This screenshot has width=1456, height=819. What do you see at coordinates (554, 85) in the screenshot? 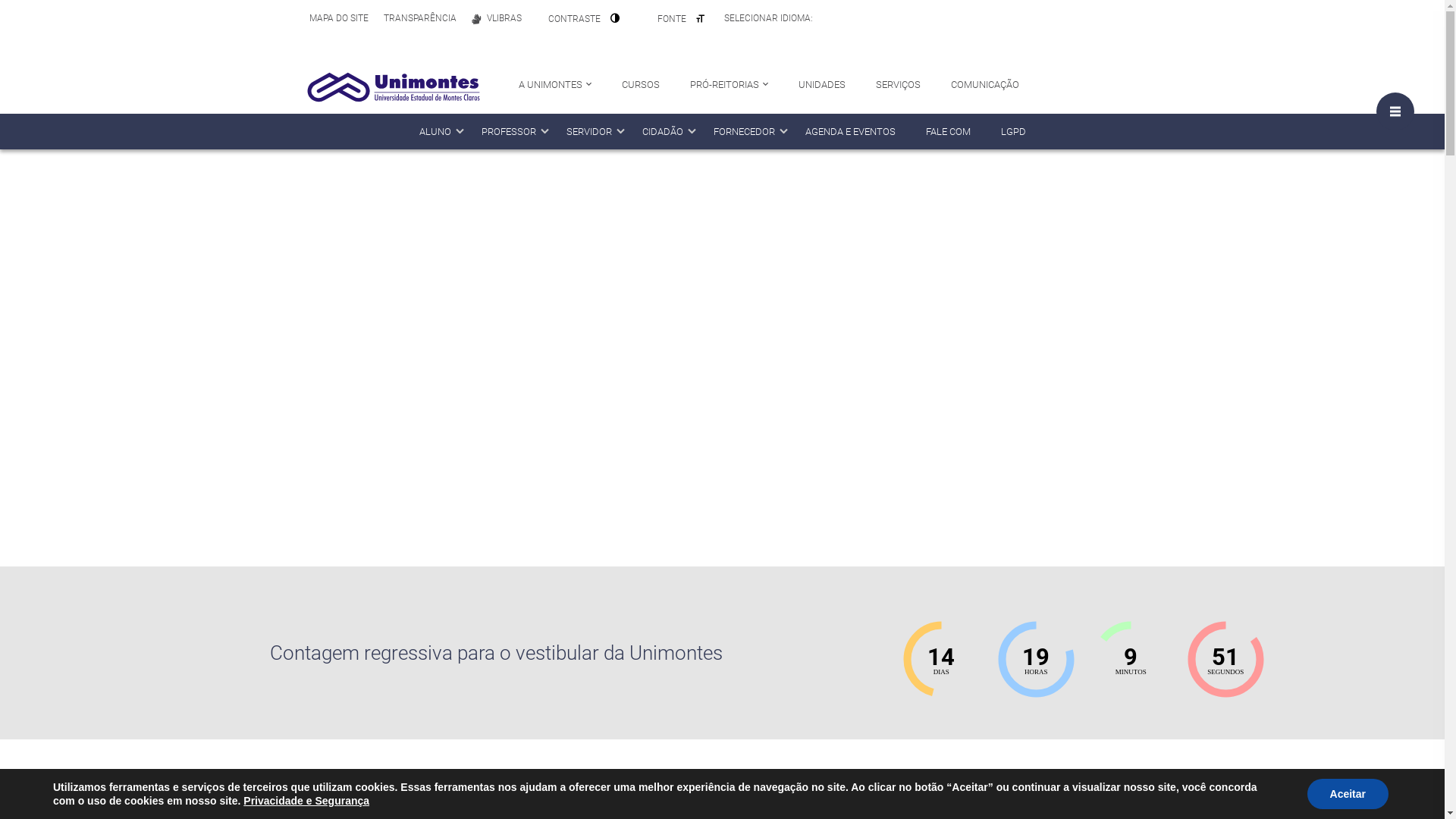
I see `'A UNIMONTES'` at bounding box center [554, 85].